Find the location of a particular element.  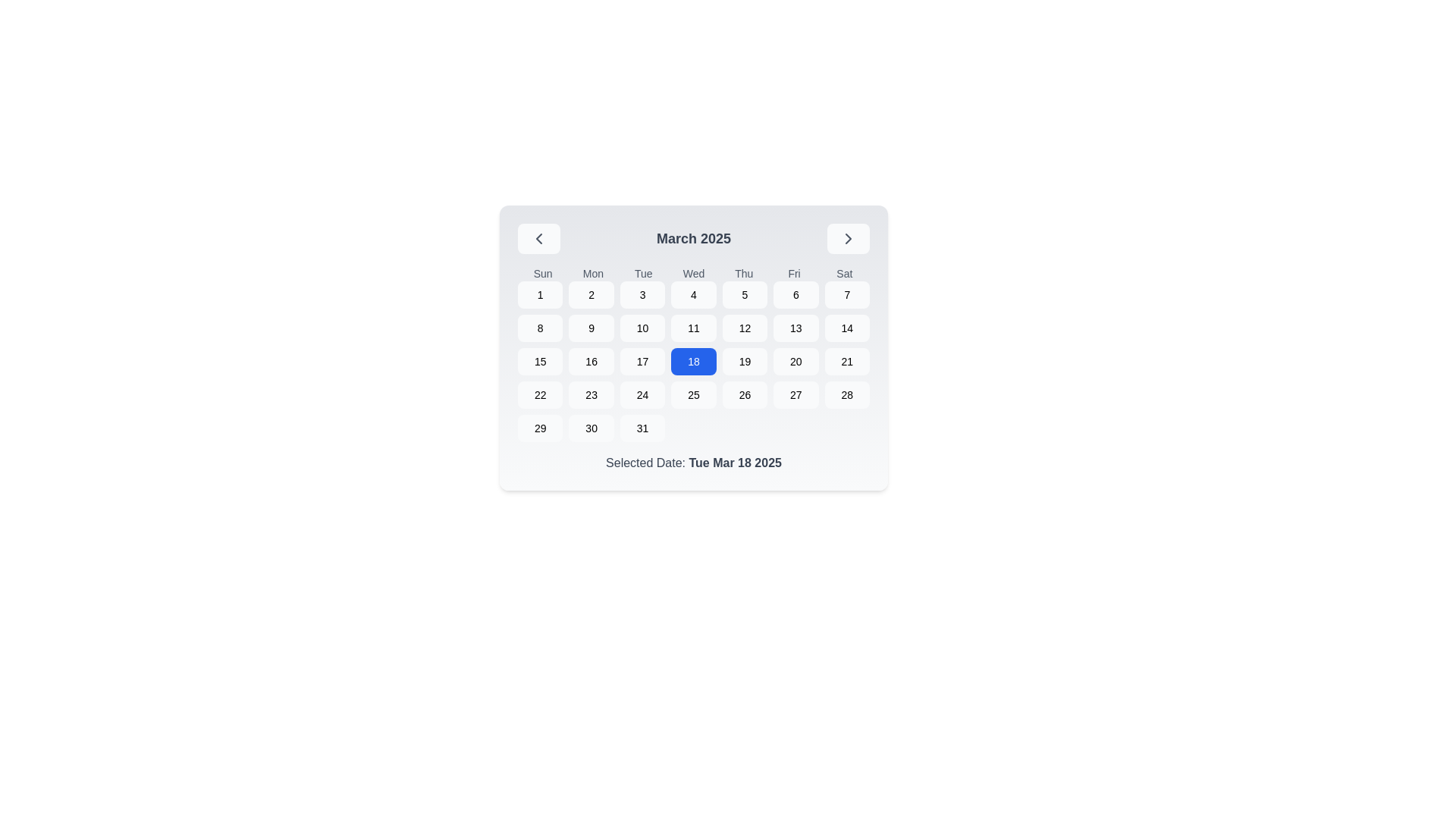

the calendar day button displaying the number '30', which is a square button with a light gray background and rounded corners, located in the sixth column of the last row in the calendar grid is located at coordinates (591, 428).